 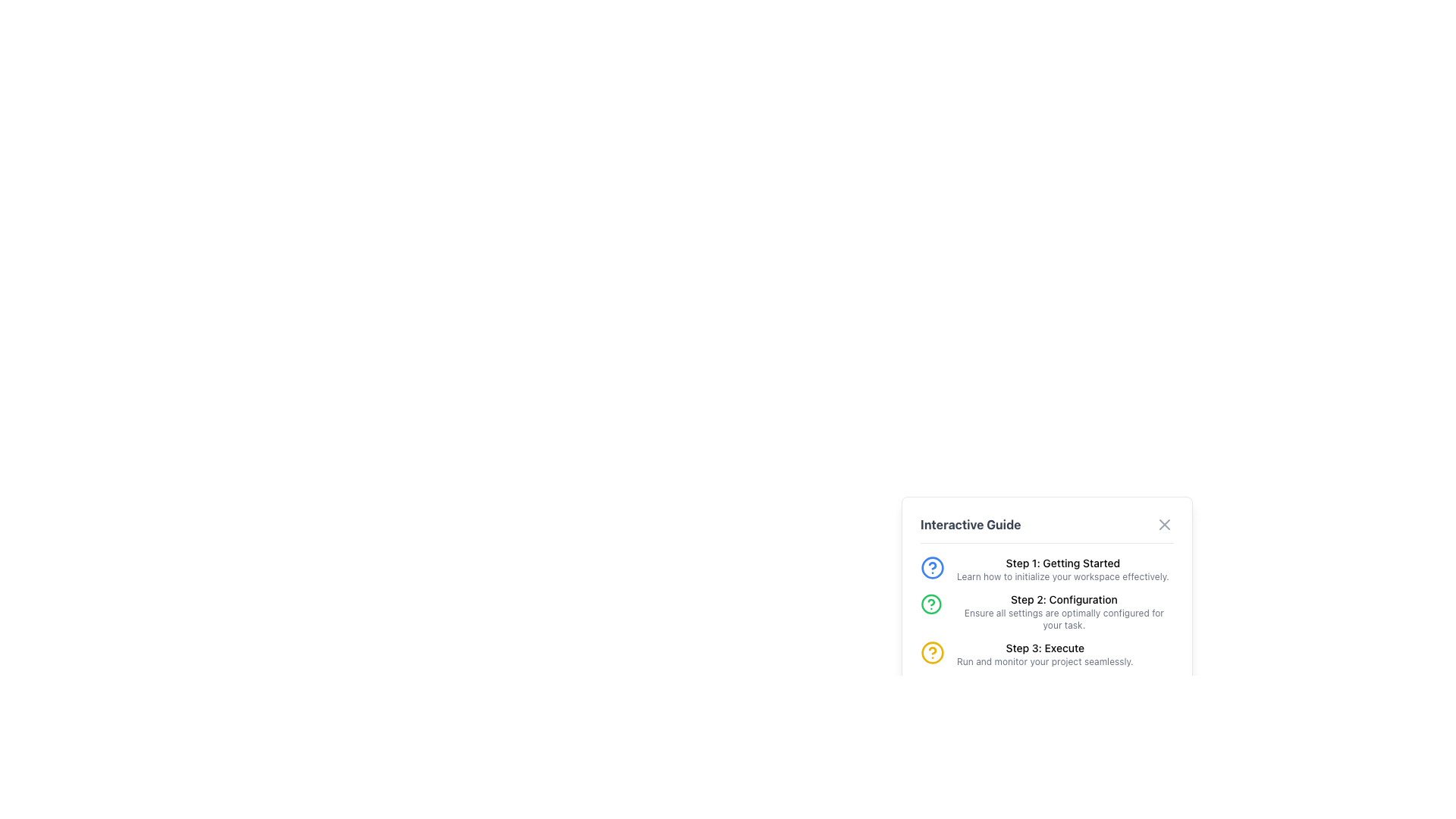 What do you see at coordinates (1044, 654) in the screenshot?
I see `the text content element that displays 'Step 3: Execute' and 'Run and monitor your project seamlessly.' in the Interactive Guide panel, located at the bottom of the vertical list of steps` at bounding box center [1044, 654].